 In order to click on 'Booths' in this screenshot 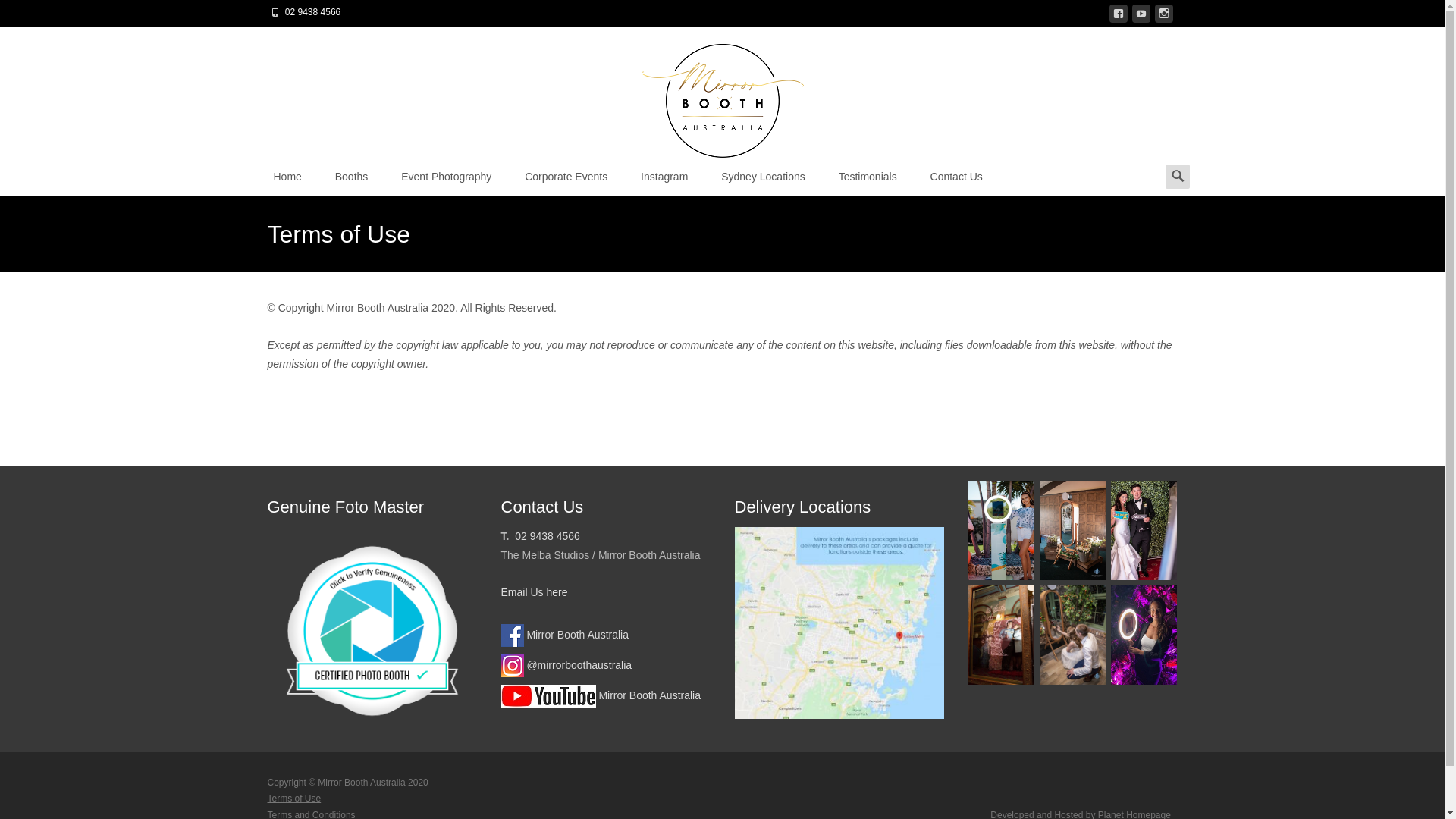, I will do `click(351, 175)`.